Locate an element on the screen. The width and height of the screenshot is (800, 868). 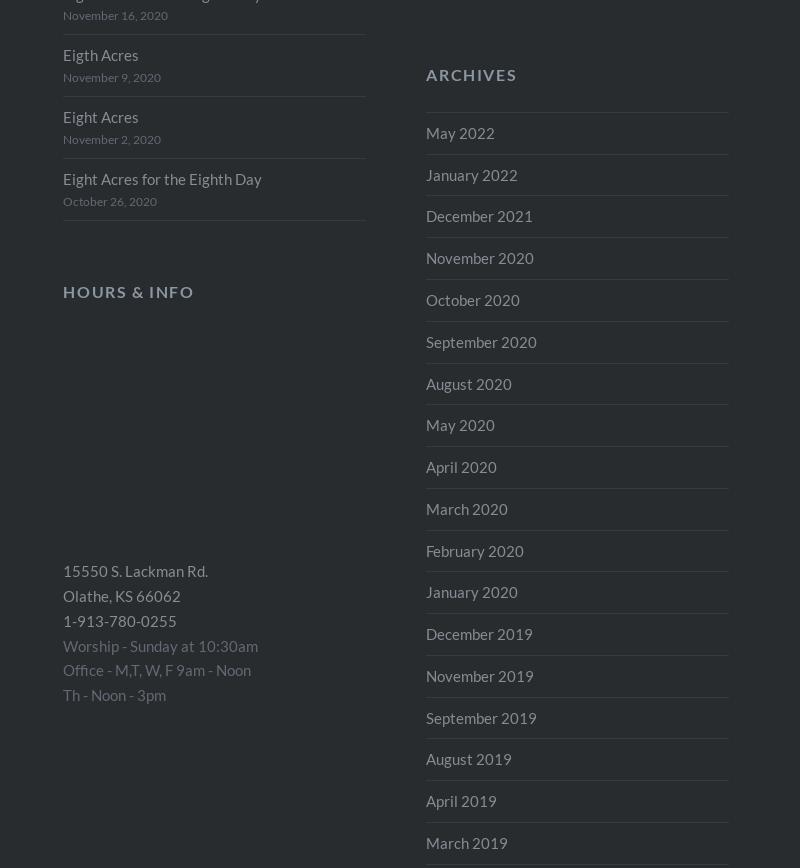
'Worship - Sunday at 10:30am' is located at coordinates (160, 645).